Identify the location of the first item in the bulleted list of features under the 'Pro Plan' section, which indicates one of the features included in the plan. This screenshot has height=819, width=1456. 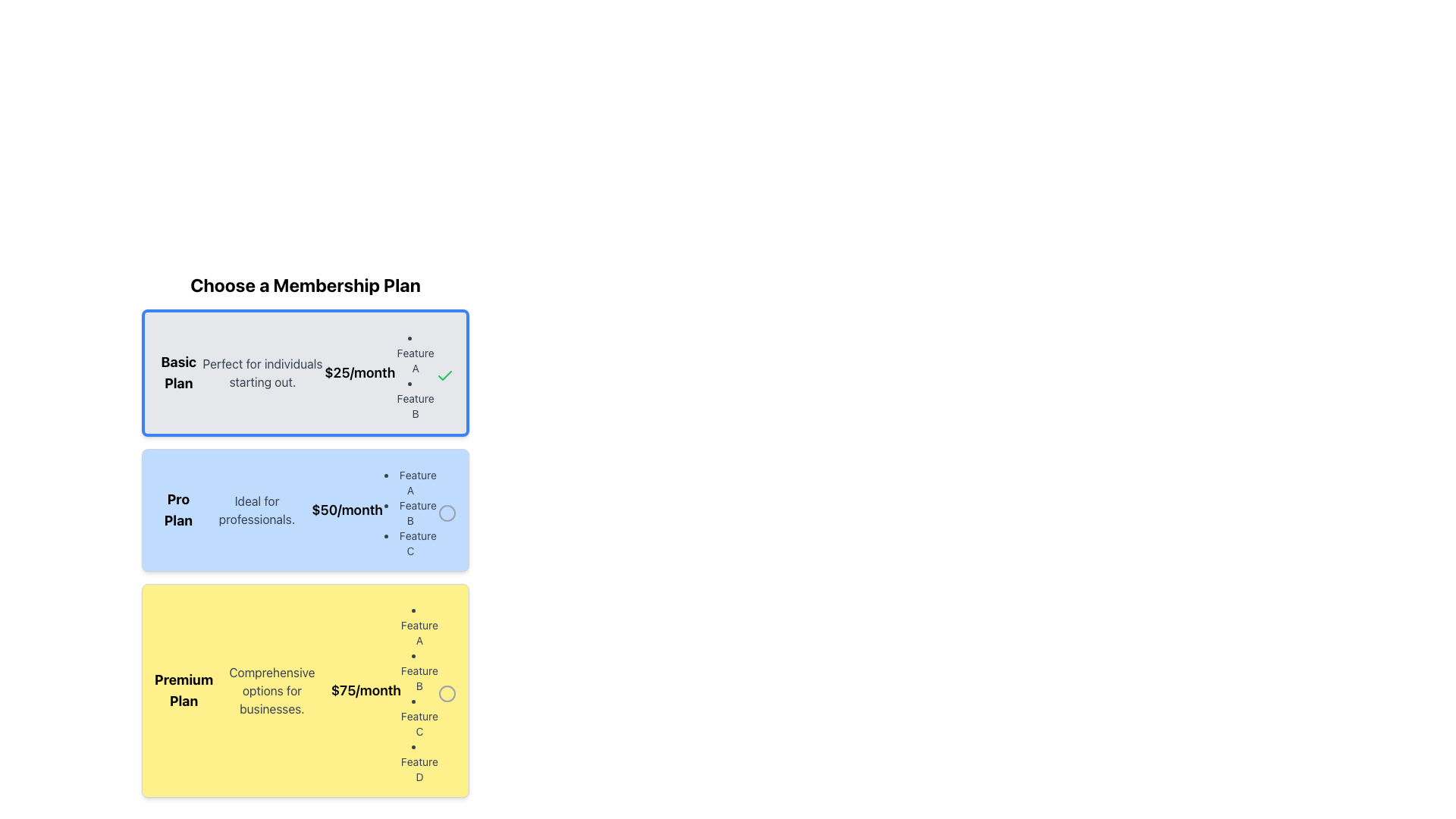
(410, 482).